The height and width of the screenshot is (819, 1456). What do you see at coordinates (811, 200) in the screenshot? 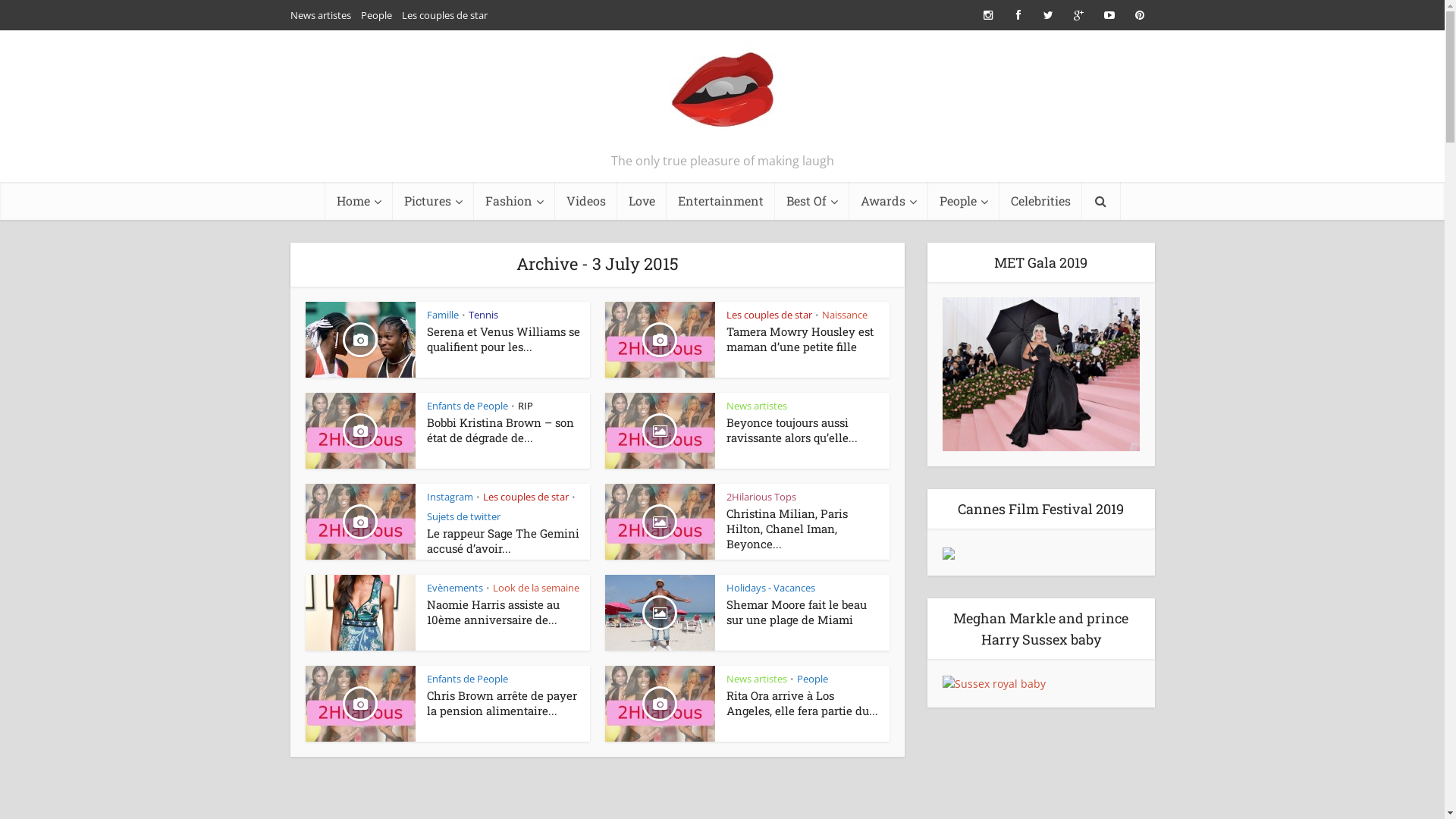
I see `'Best Of'` at bounding box center [811, 200].